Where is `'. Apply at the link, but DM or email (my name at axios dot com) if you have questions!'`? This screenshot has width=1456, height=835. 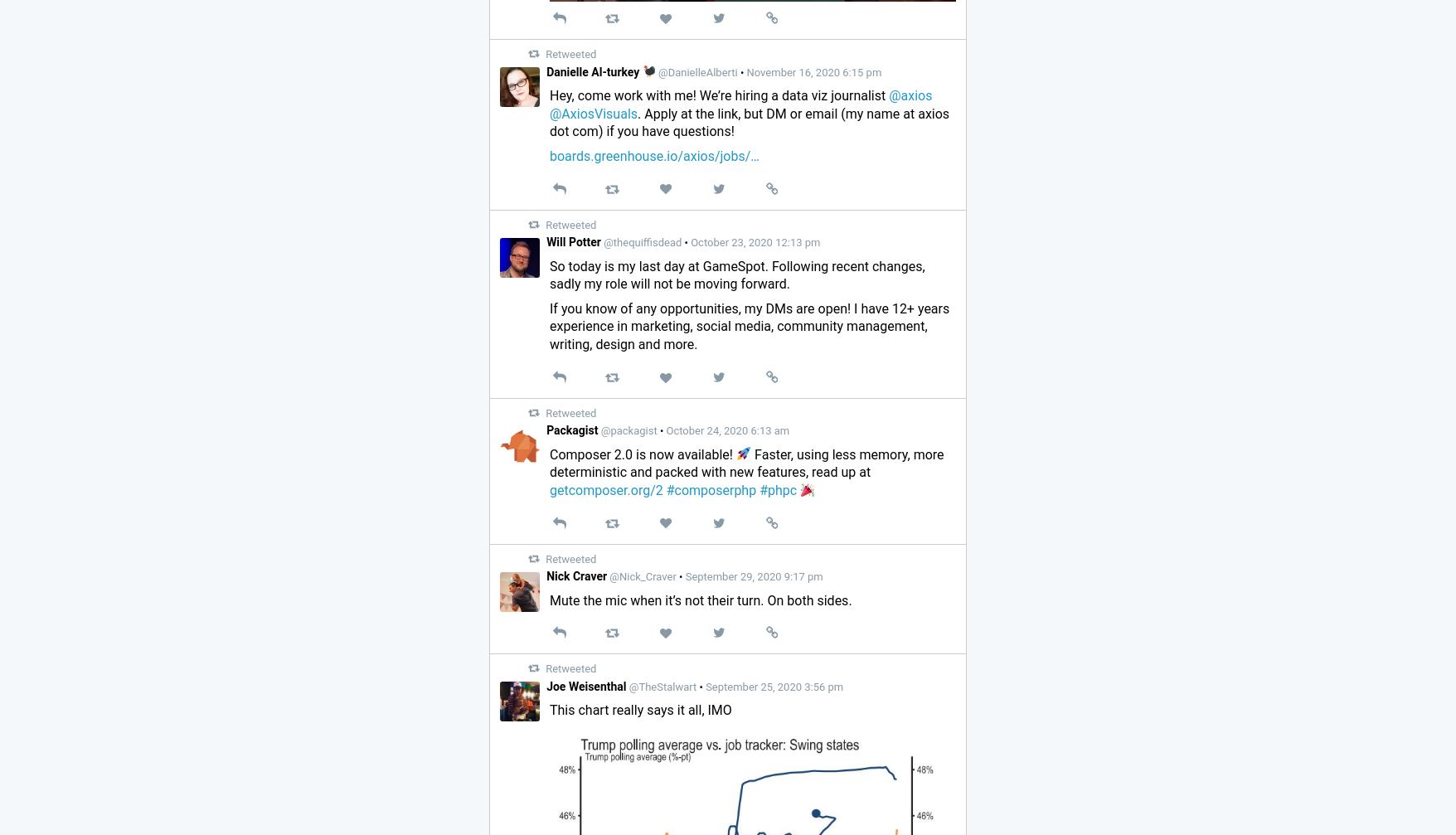 '. Apply at the link, but DM or email (my name at axios dot com) if you have questions!' is located at coordinates (749, 122).